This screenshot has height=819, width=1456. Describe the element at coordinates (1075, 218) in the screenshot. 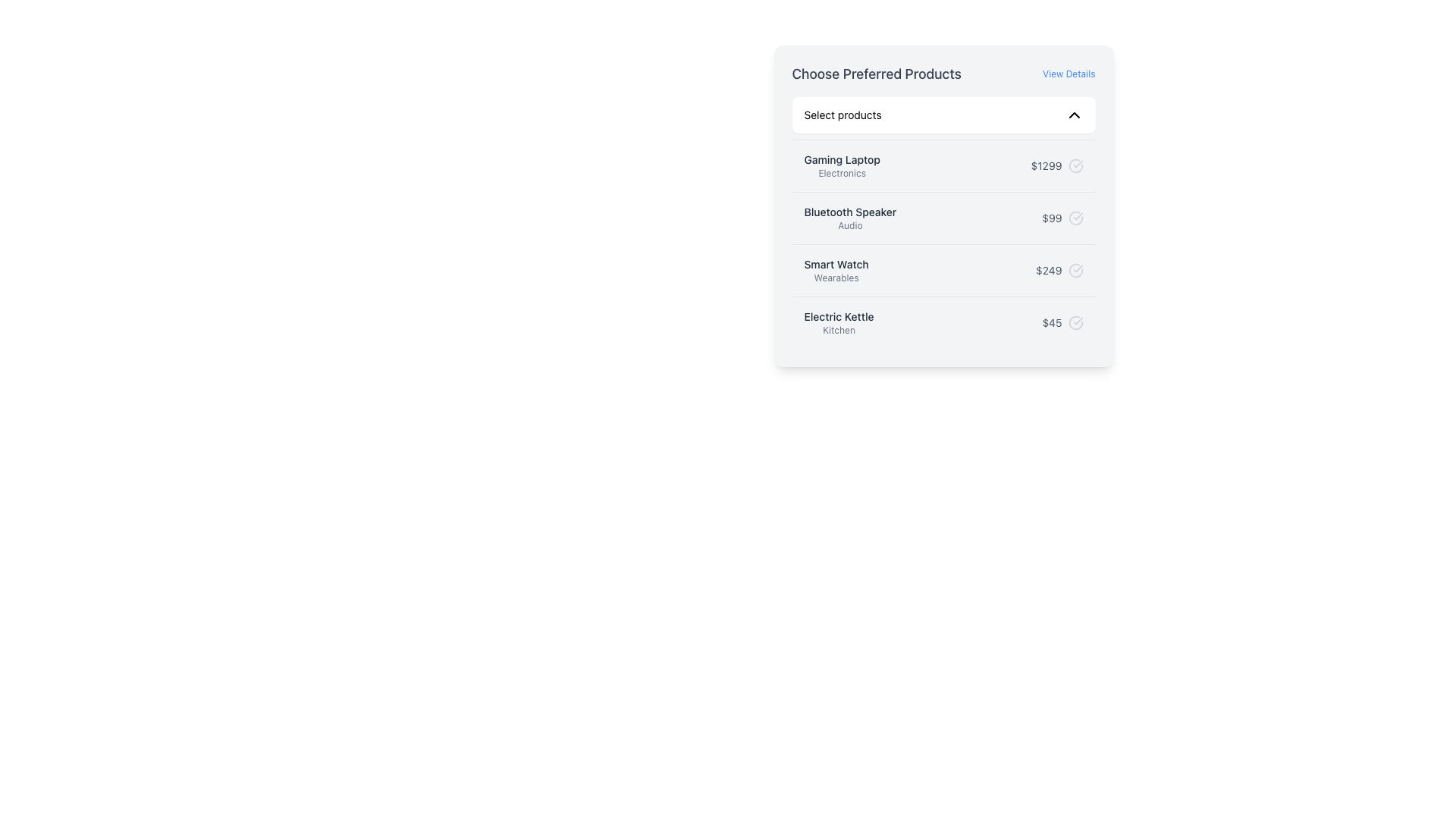

I see `the small round checkmark icon located to the right of the 'Bluetooth Speaker' label and next to the price '$99' to interact with it` at that location.